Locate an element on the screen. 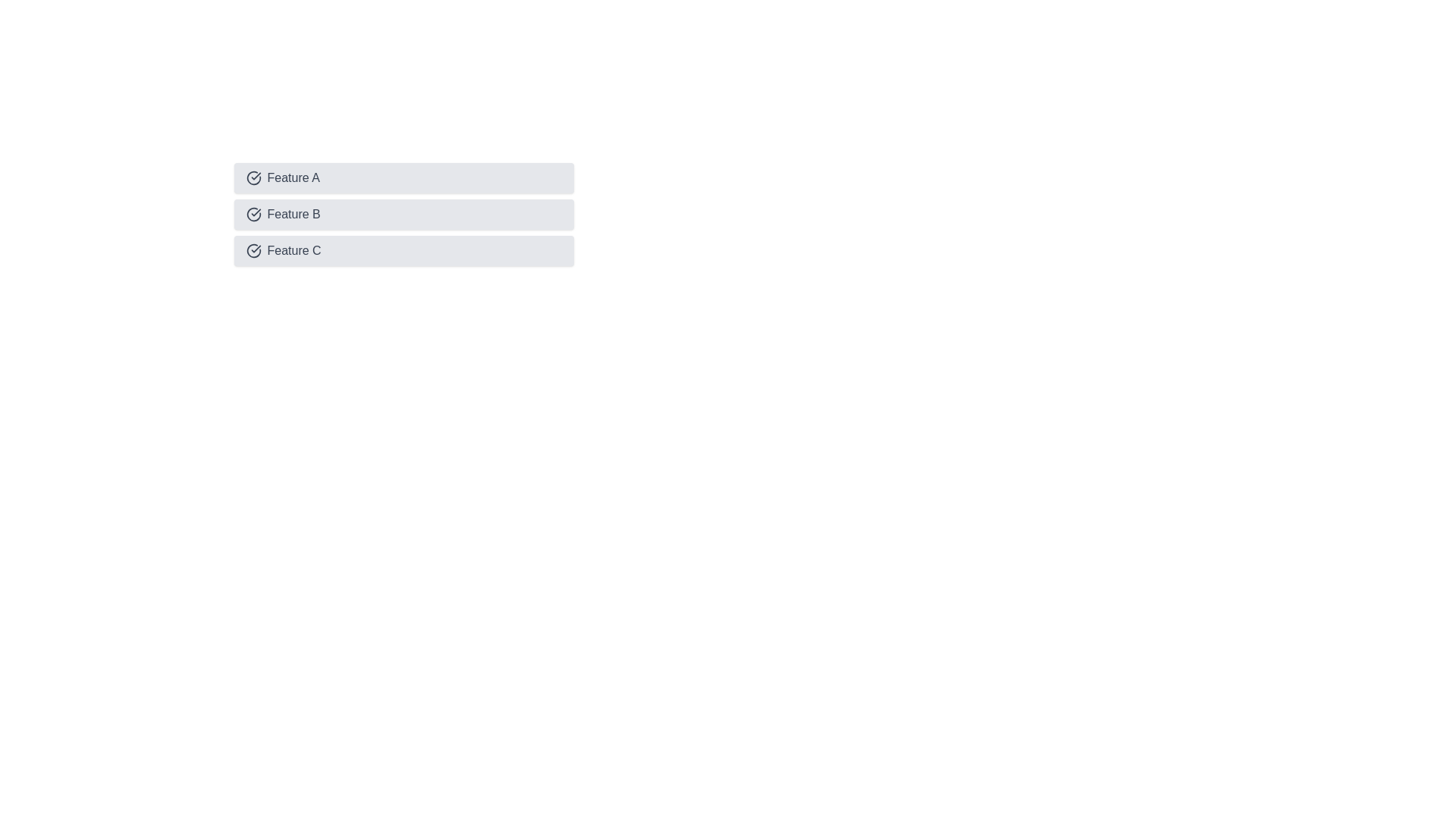  the chip labeled Feature B is located at coordinates (403, 214).